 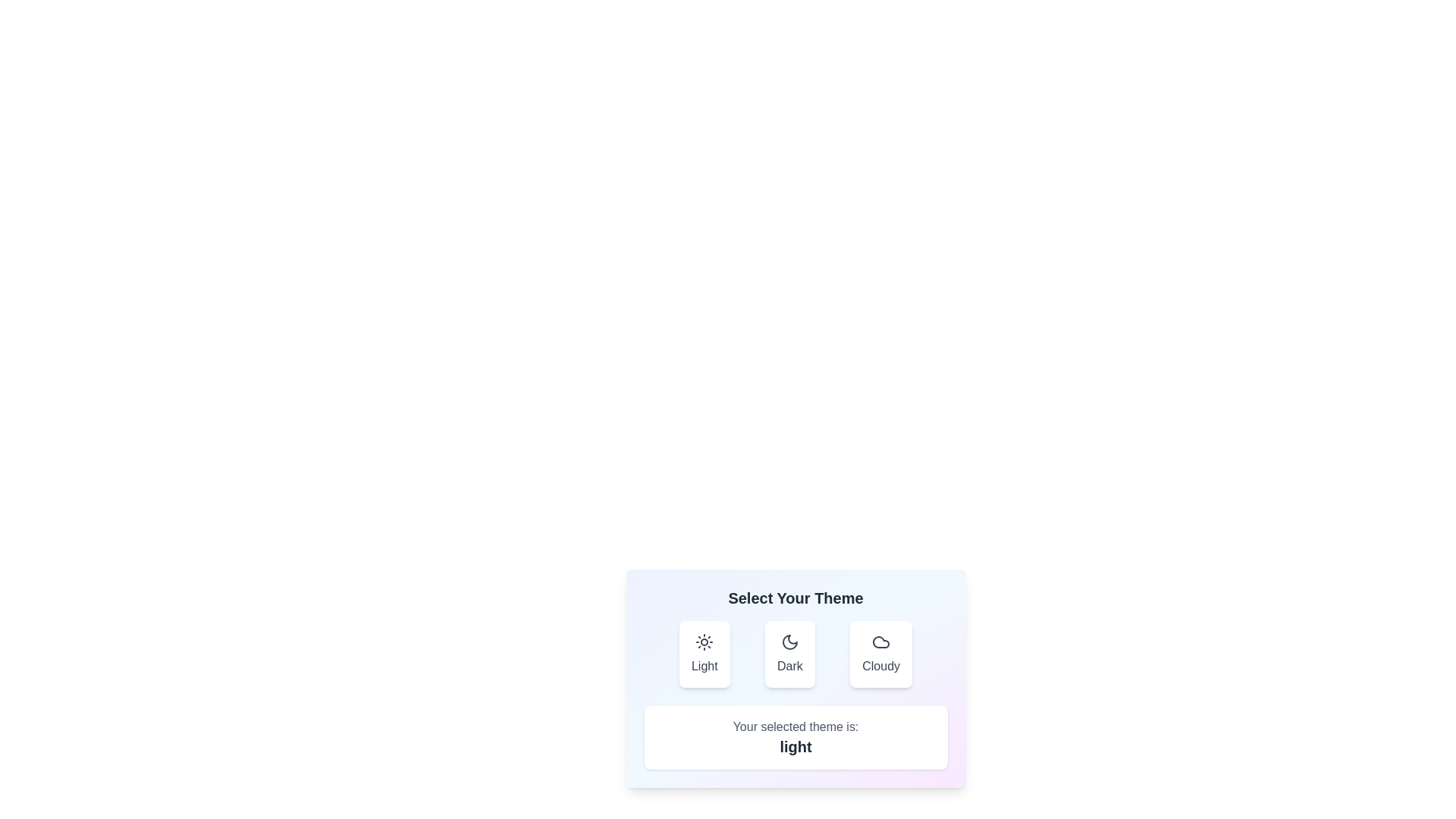 I want to click on the 'Dark' button which contains the dark theme icon, so click(x=789, y=642).